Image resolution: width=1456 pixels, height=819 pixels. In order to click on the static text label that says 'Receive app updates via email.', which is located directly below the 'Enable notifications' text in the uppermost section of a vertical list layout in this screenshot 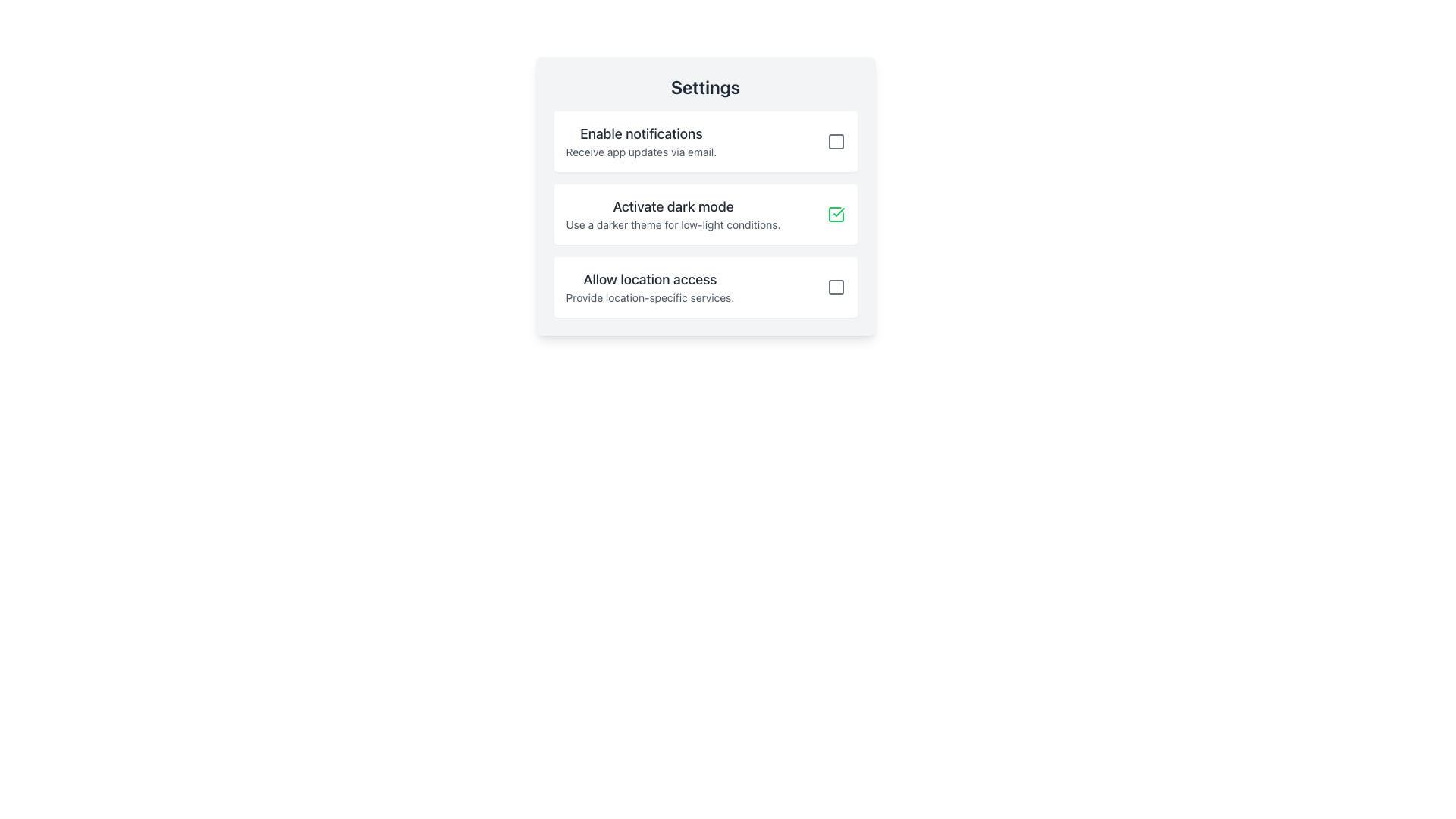, I will do `click(641, 152)`.